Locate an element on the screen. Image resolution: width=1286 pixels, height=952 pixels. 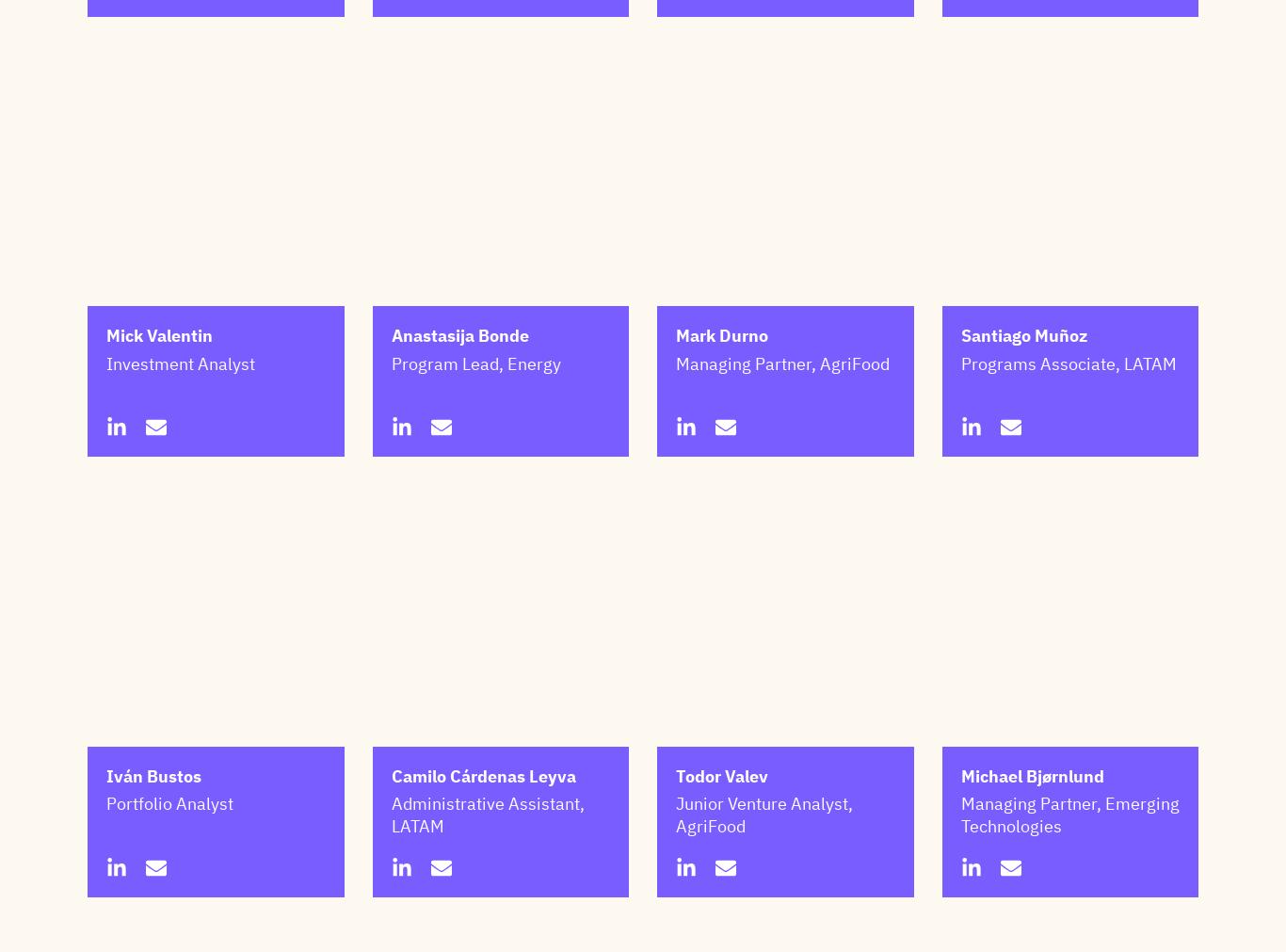
'Investment Analyst' is located at coordinates (105, 456).